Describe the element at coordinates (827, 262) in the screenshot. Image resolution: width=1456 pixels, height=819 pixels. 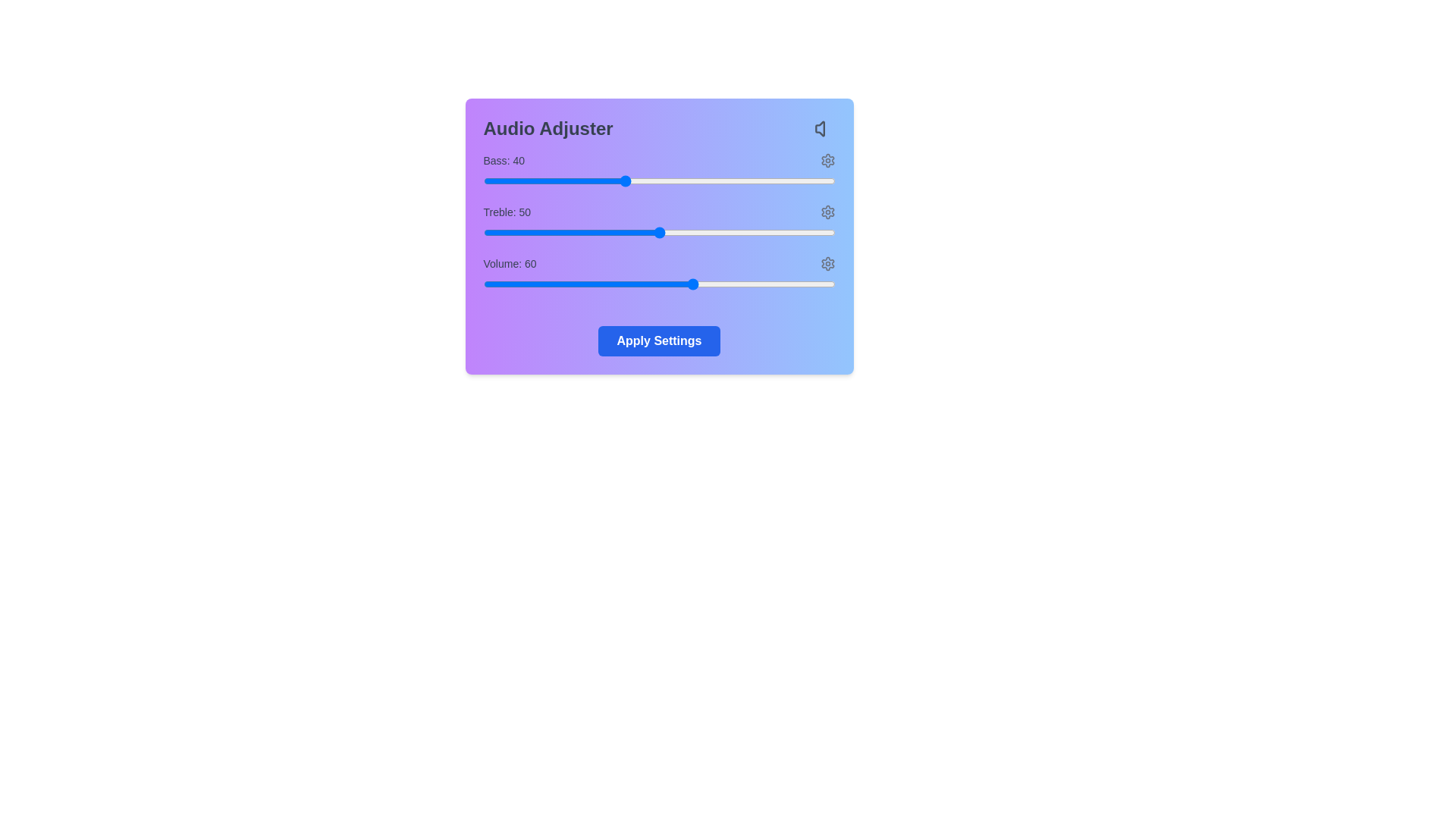
I see `the gear icon at the rightmost end of the Volume: 60 slider` at that location.